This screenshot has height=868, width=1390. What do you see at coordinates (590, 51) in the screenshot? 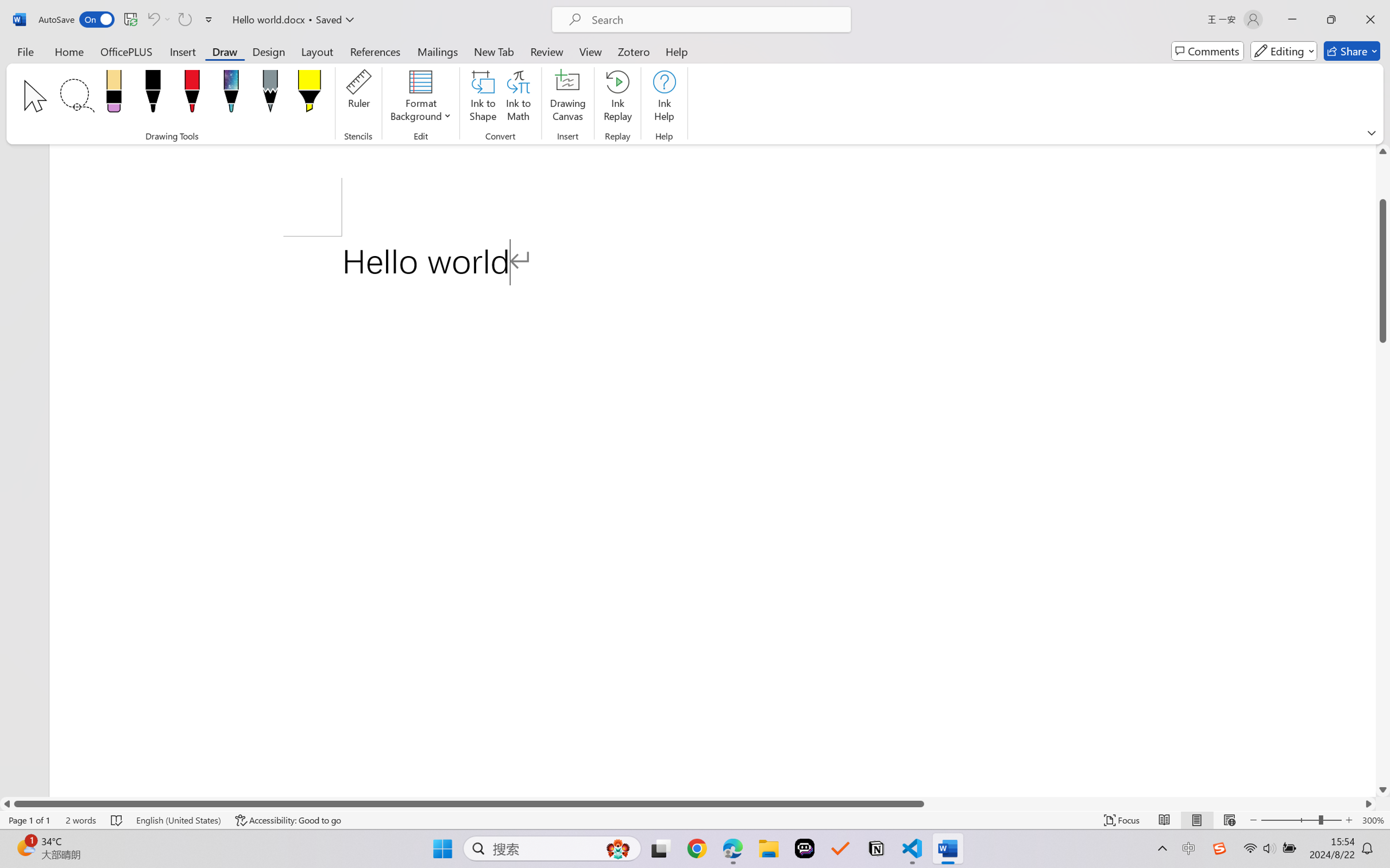
I see `'View'` at bounding box center [590, 51].